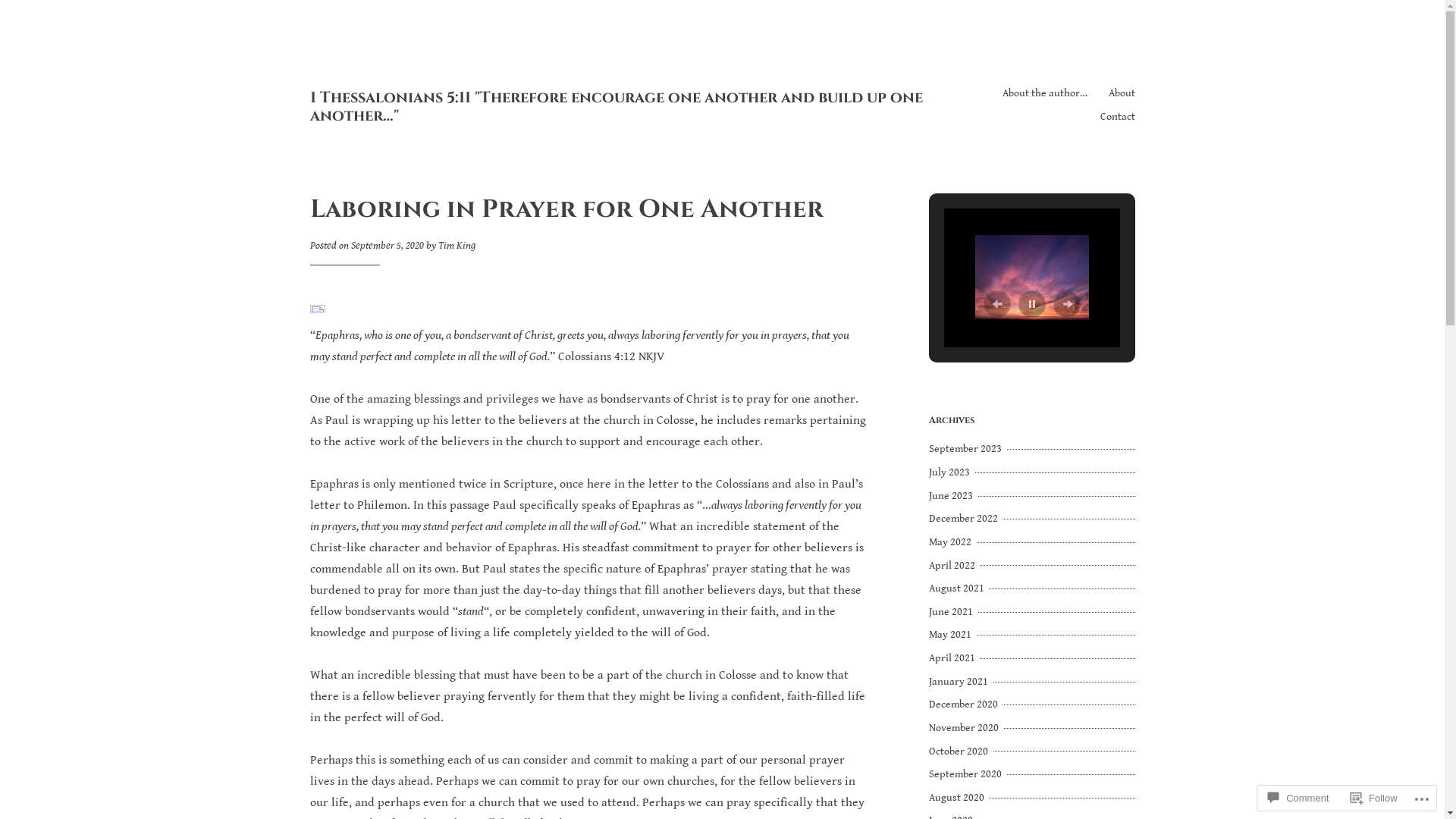 The width and height of the screenshot is (1456, 819). Describe the element at coordinates (959, 680) in the screenshot. I see `'January 2021'` at that location.